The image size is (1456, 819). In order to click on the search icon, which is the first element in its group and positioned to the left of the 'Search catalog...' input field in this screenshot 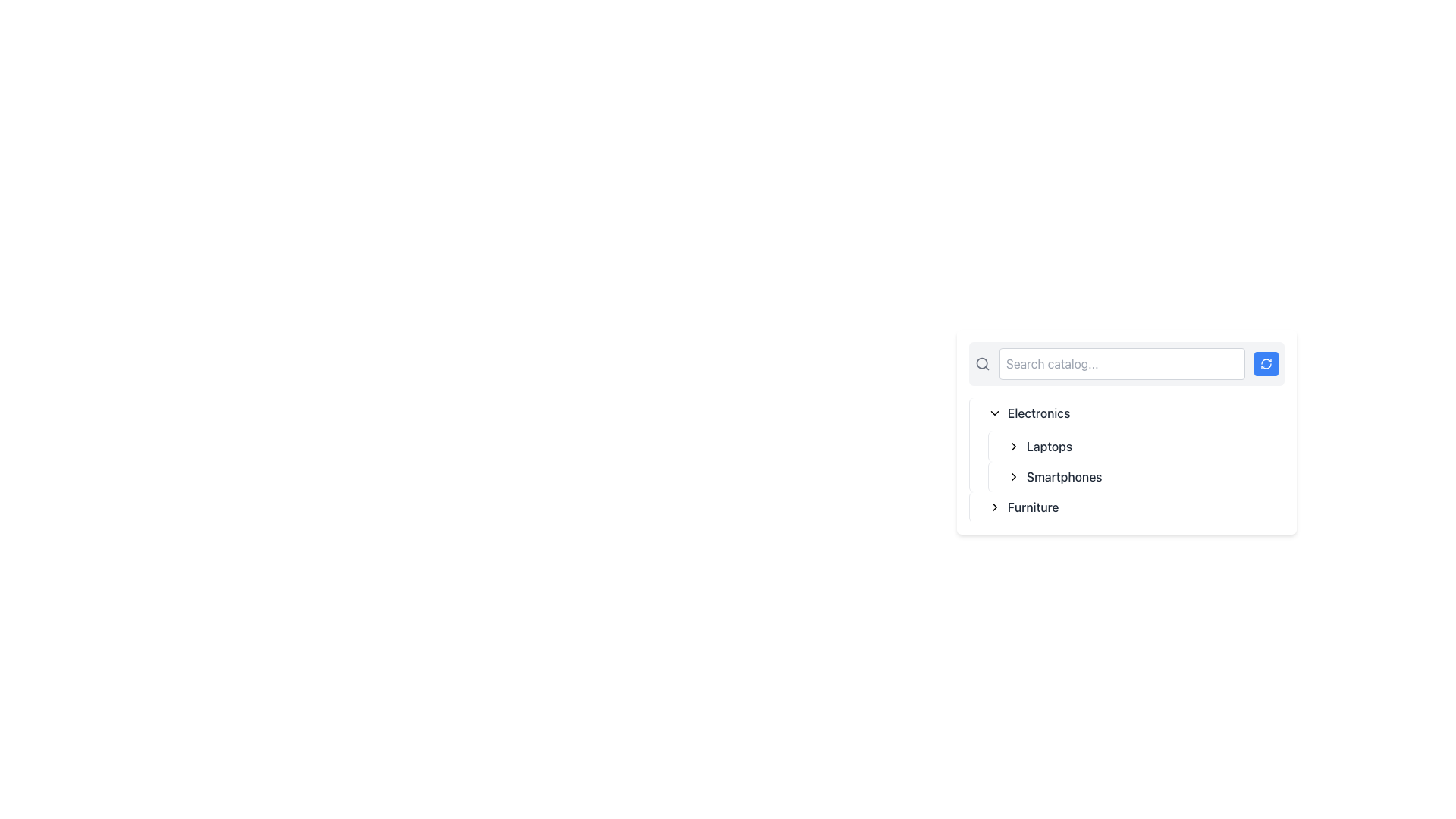, I will do `click(983, 363)`.